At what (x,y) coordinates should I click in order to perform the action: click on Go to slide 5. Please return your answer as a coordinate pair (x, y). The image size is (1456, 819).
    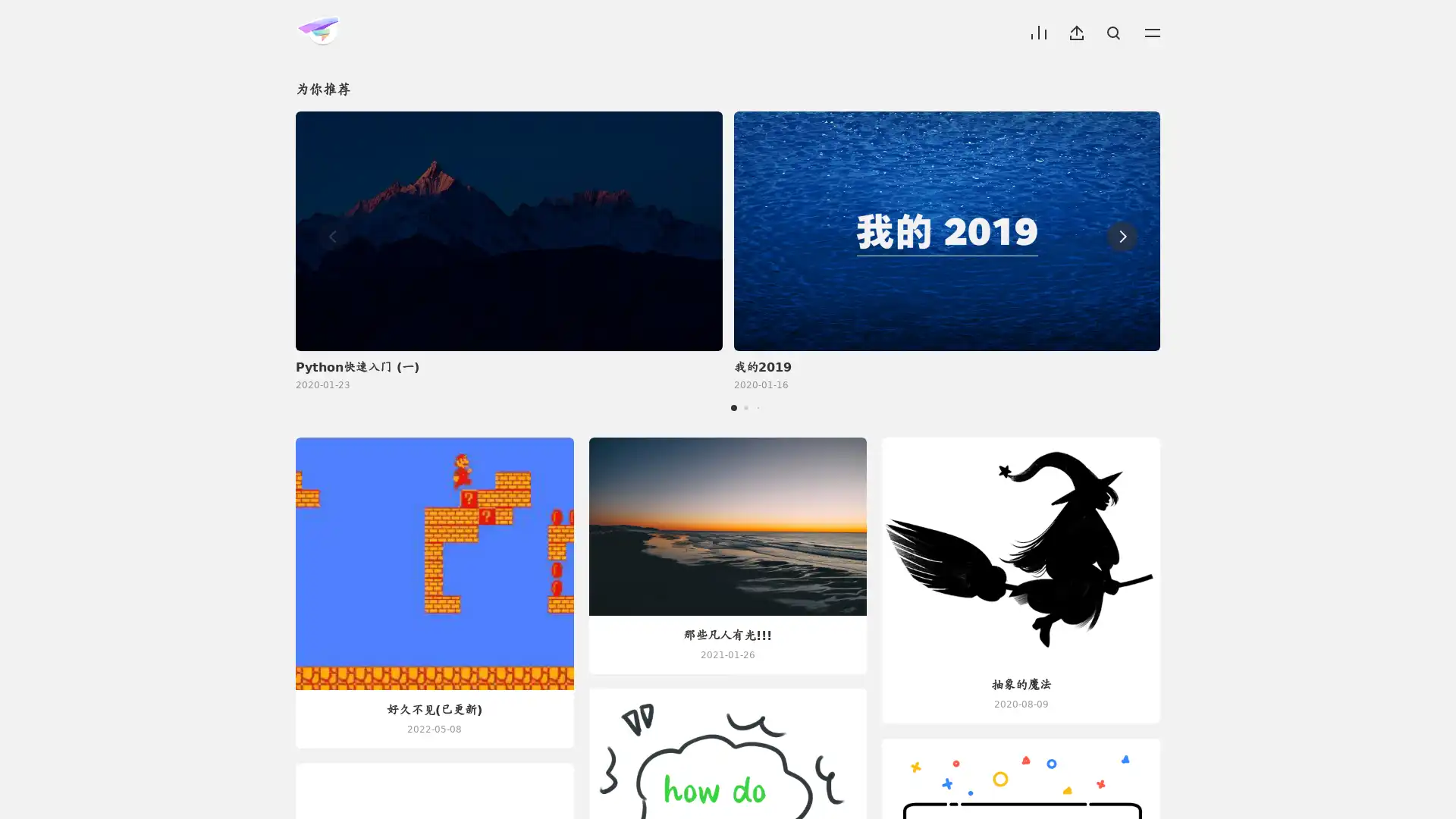
    Looking at the image, I should click on (782, 406).